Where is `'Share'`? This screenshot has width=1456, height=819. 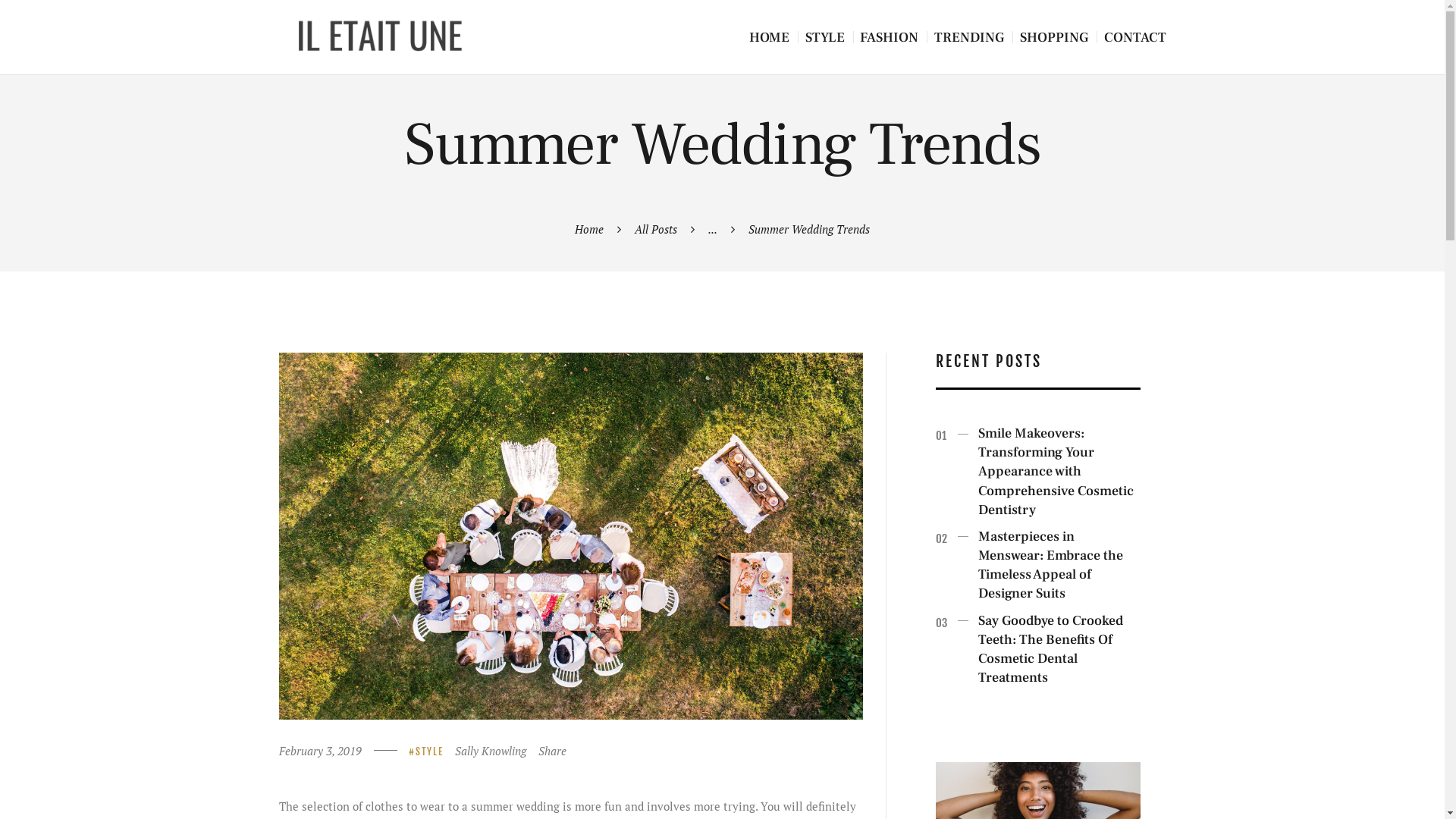
'Share' is located at coordinates (551, 751).